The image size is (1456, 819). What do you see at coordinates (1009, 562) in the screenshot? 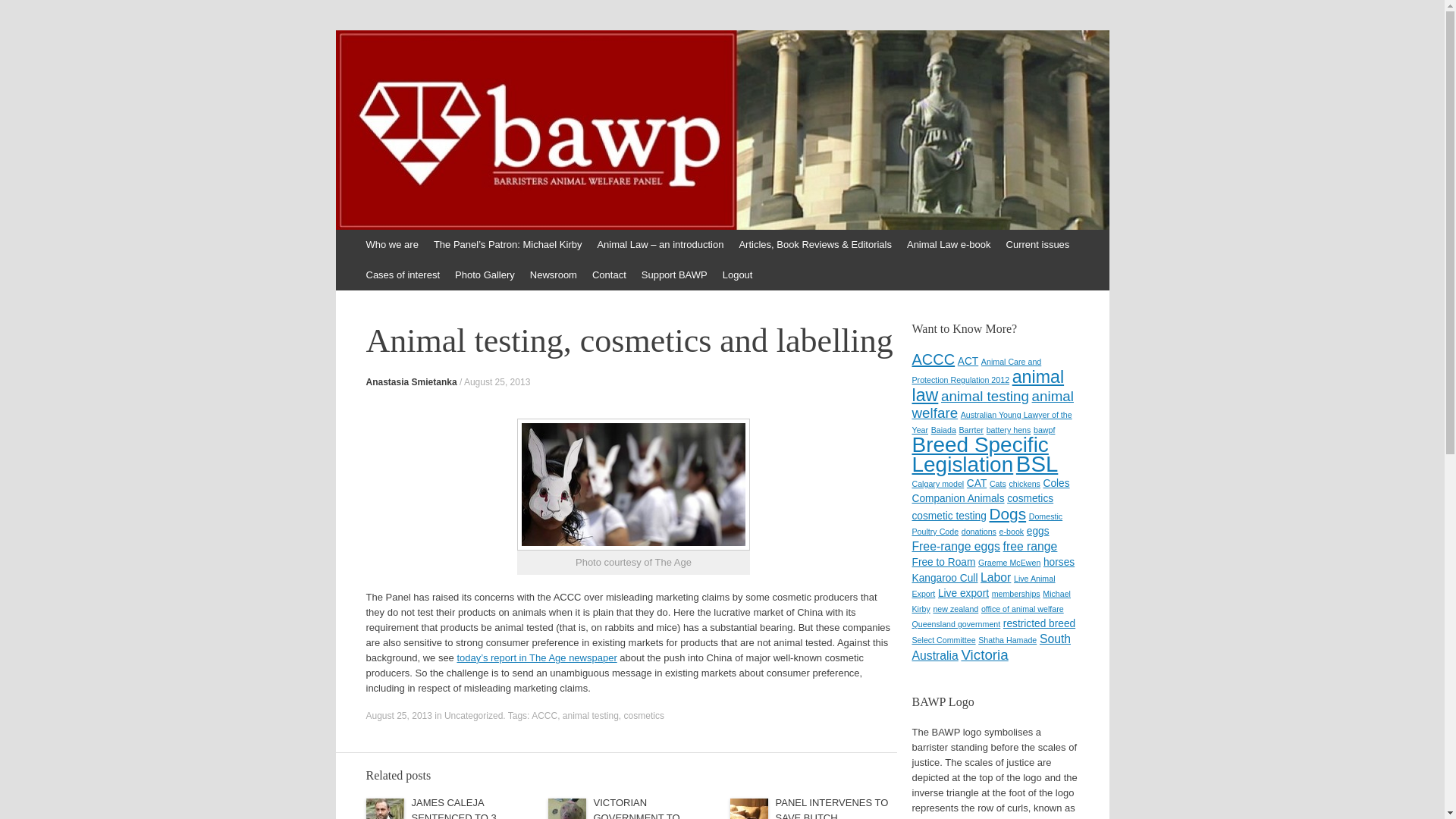
I see `'Graeme McEwen'` at bounding box center [1009, 562].